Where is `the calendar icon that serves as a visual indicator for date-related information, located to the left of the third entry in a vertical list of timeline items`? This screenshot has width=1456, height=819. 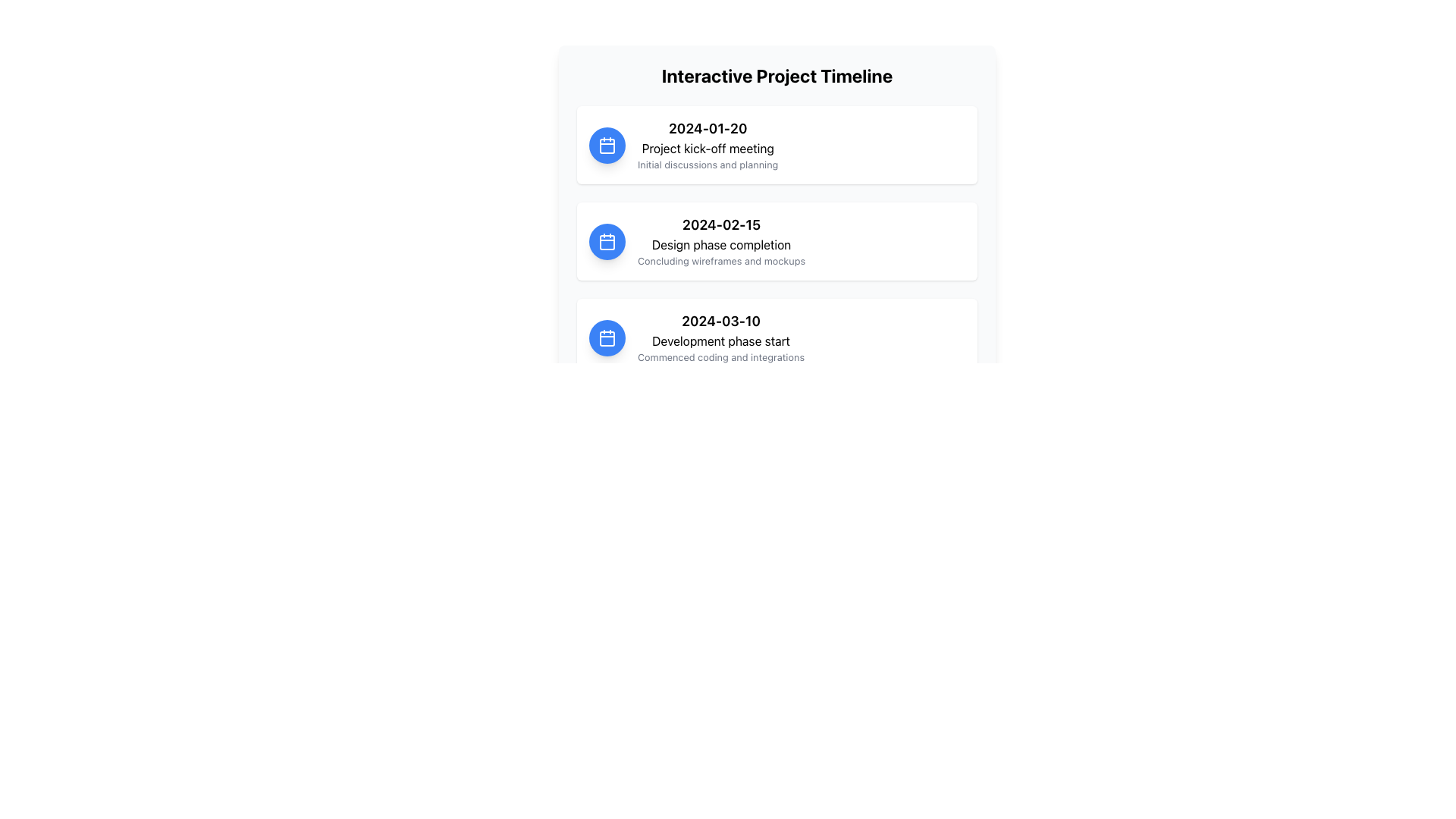 the calendar icon that serves as a visual indicator for date-related information, located to the left of the third entry in a vertical list of timeline items is located at coordinates (607, 336).